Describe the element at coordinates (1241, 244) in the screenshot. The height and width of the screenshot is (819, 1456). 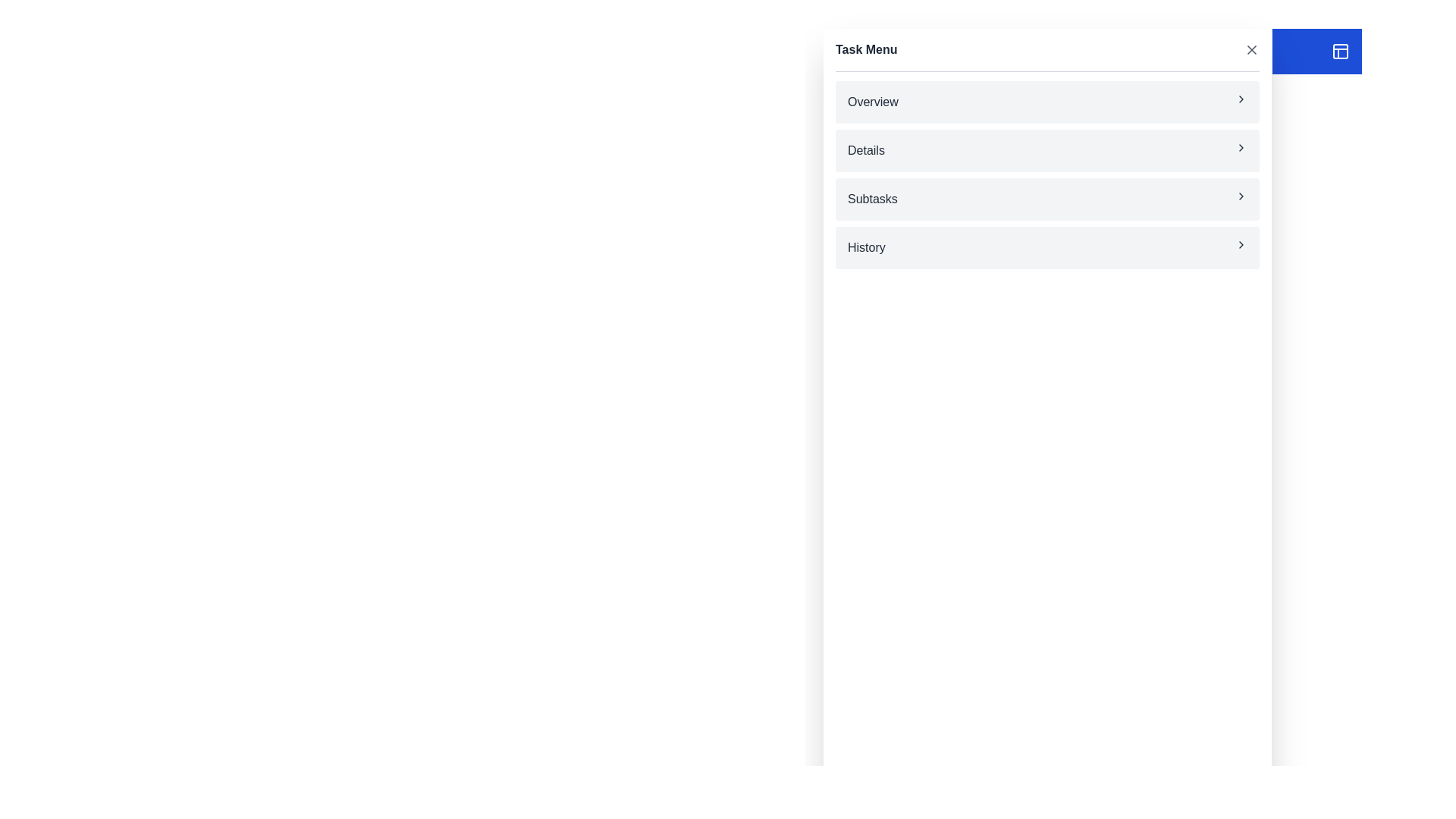
I see `the Chevron icon located at the far right of the 'History' entry in the 'Task Menu', indicating navigation to additional details` at that location.